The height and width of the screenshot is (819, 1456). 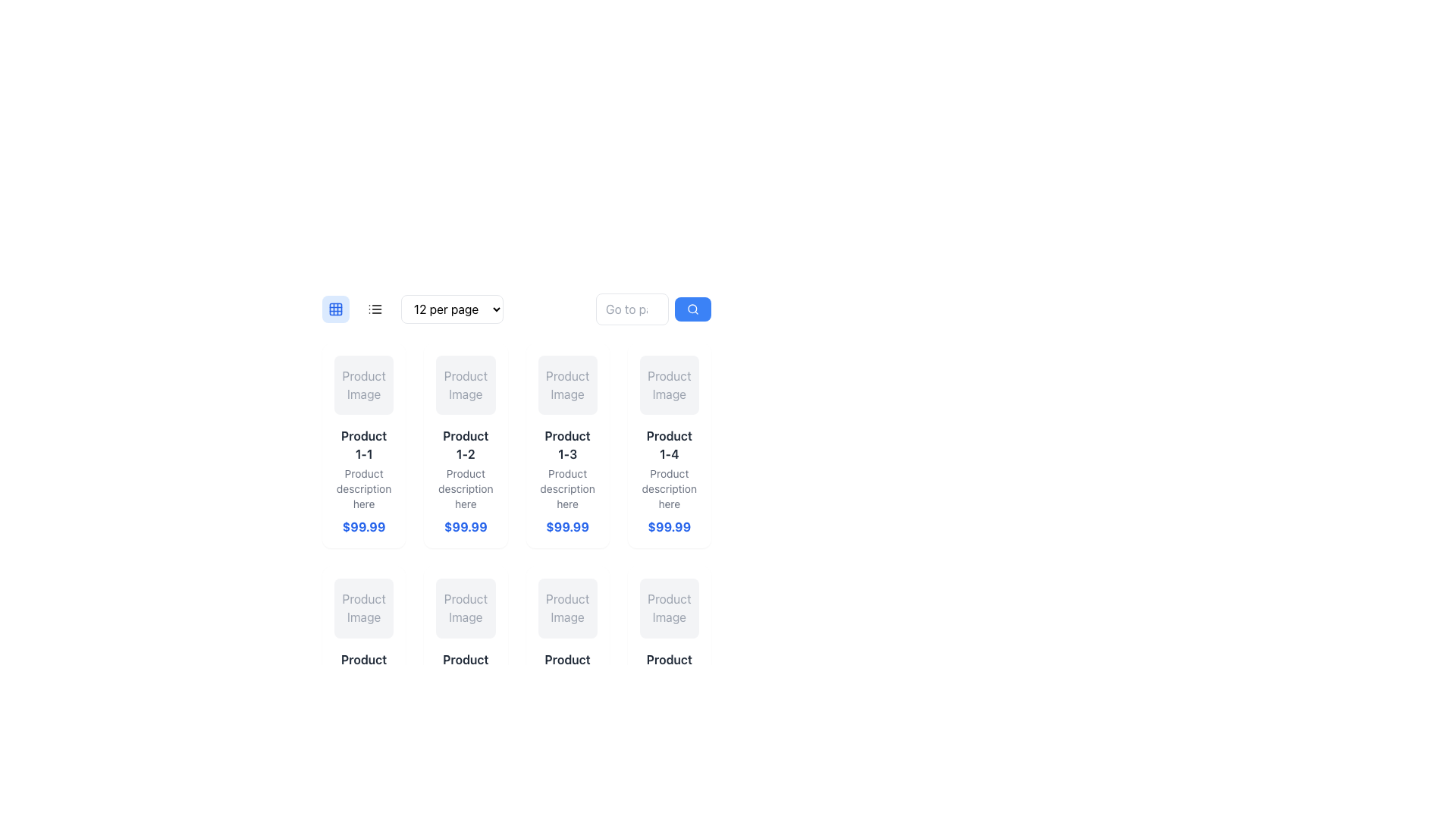 I want to click on the image placeholder area that displays the text 'Product Image' in a light gray background with rounded corners, so click(x=364, y=384).